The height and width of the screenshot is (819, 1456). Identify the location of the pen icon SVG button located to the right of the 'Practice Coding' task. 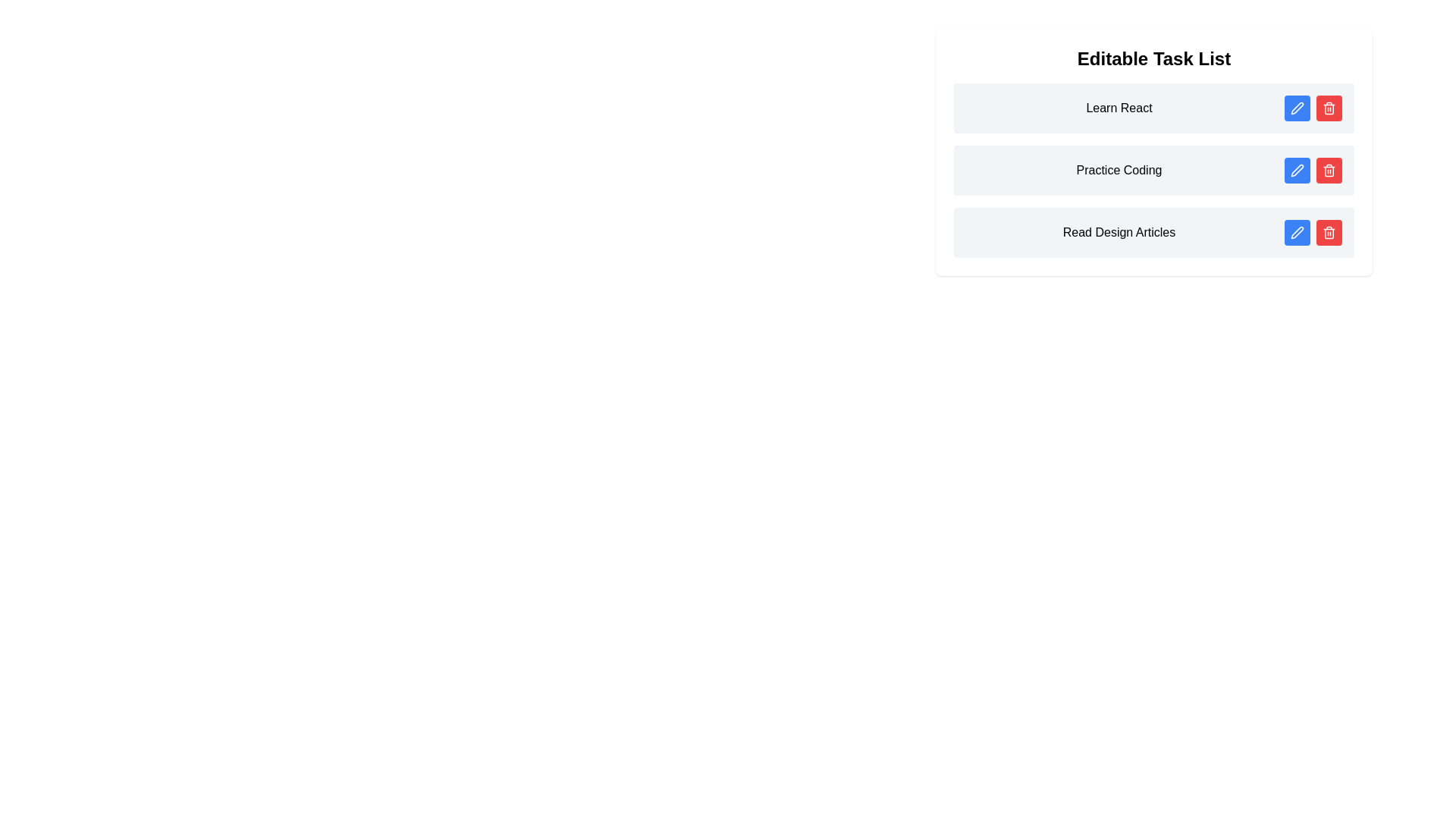
(1296, 170).